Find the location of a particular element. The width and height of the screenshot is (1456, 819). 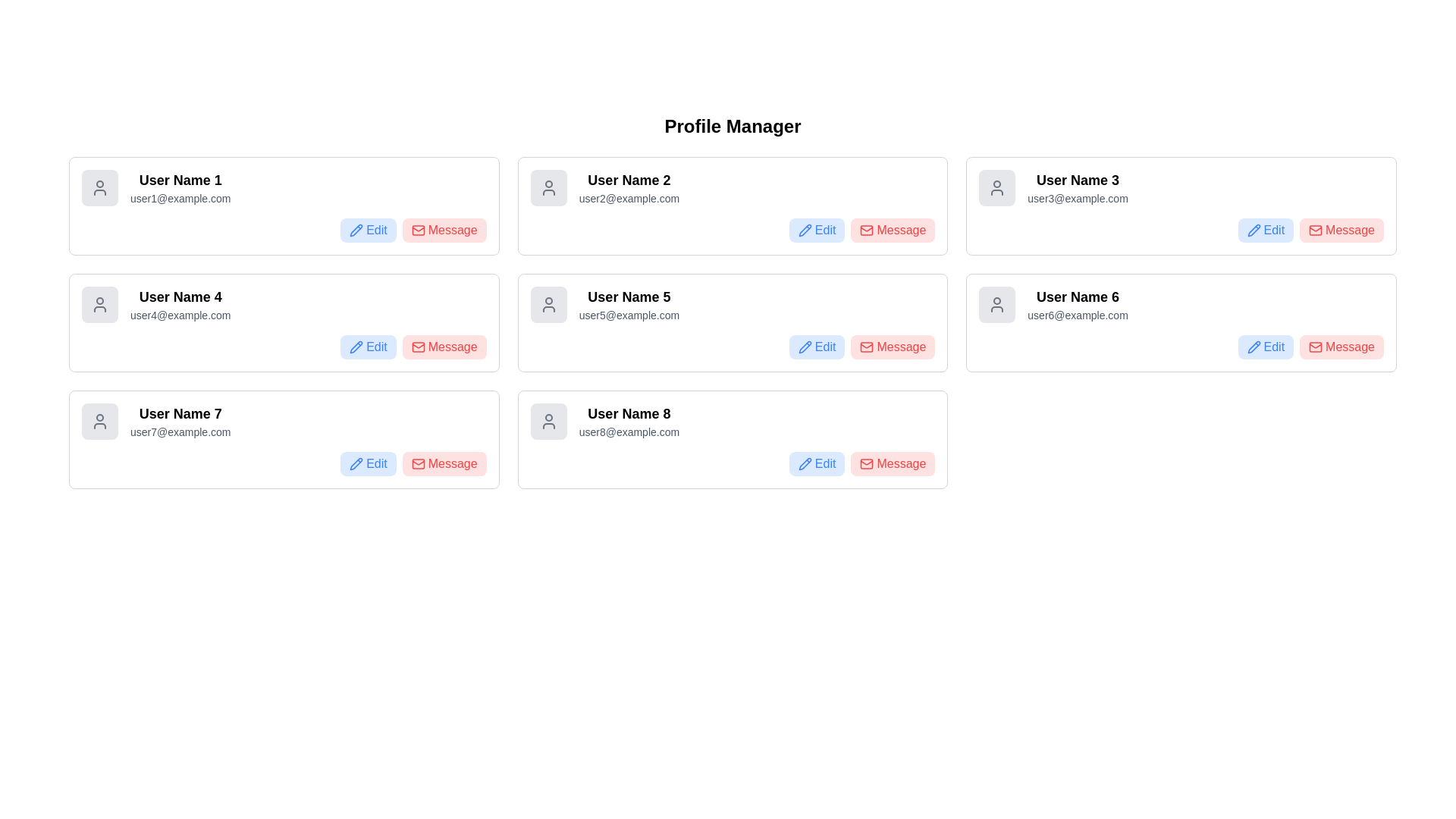

the user profile icon with a gray background and minimalist outline, located in the 'User Name 4' profile card, positioned to the left of the user's name and email text is located at coordinates (99, 304).